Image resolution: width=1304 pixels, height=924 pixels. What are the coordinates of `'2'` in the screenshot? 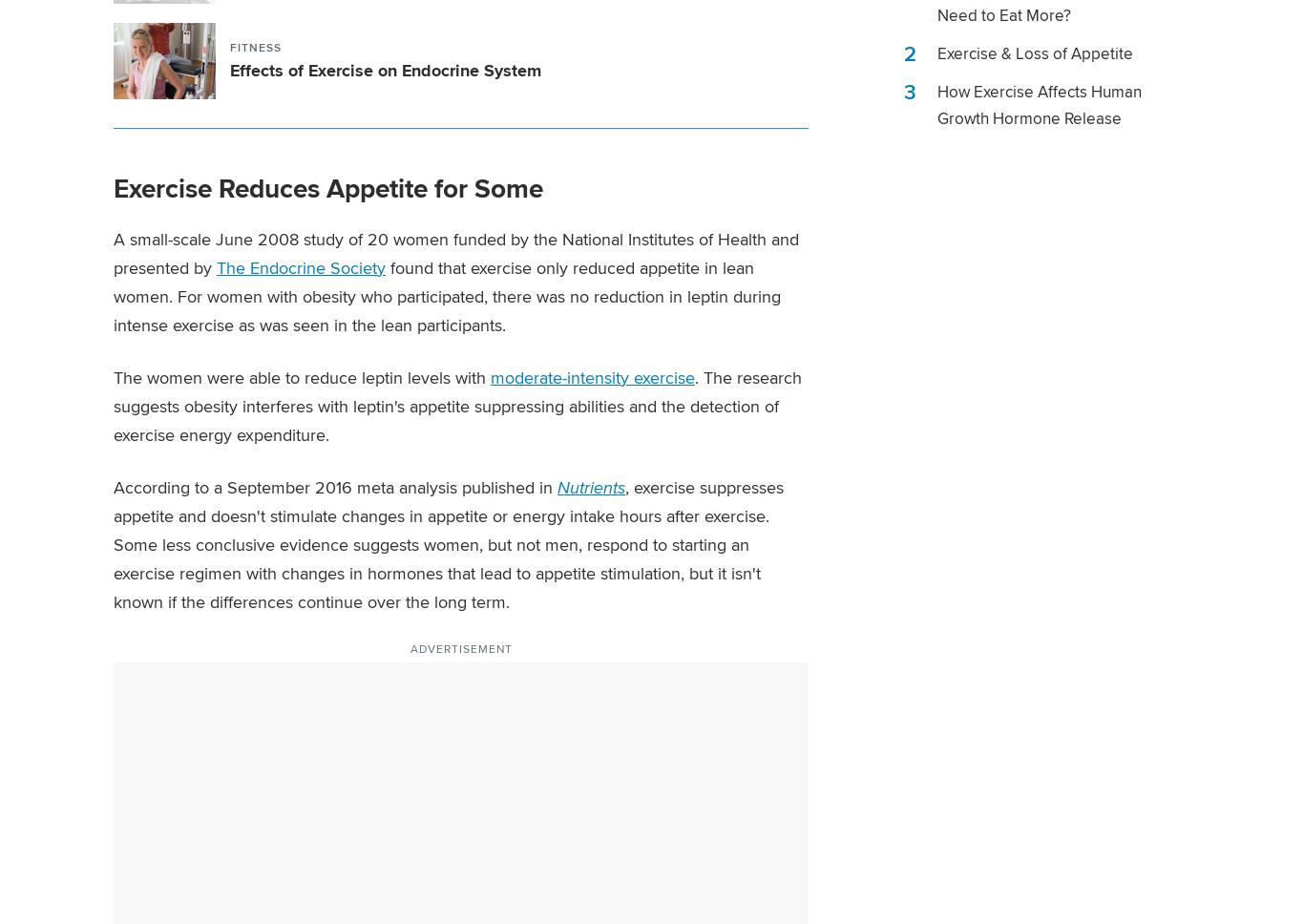 It's located at (910, 52).